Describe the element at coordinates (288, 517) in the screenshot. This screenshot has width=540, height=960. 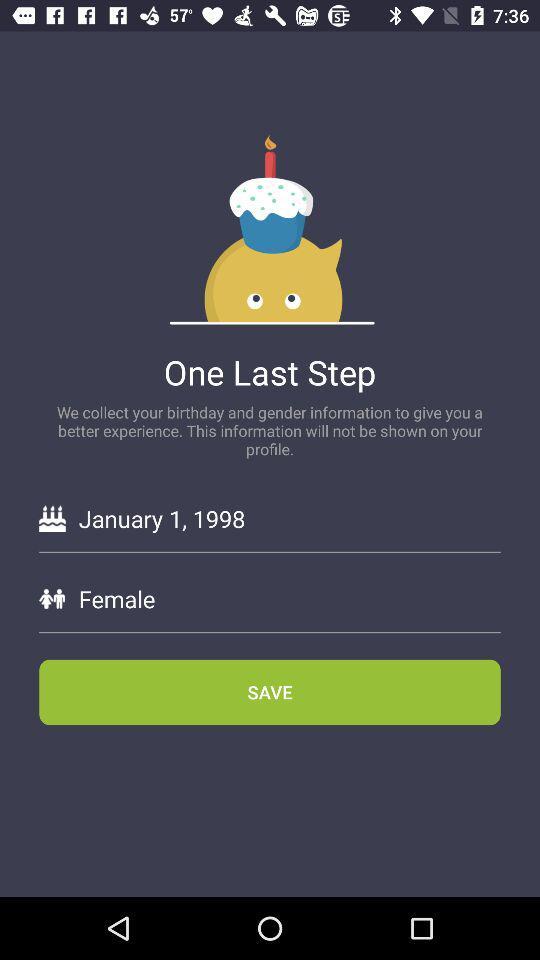
I see `january 1, 1998 icon` at that location.